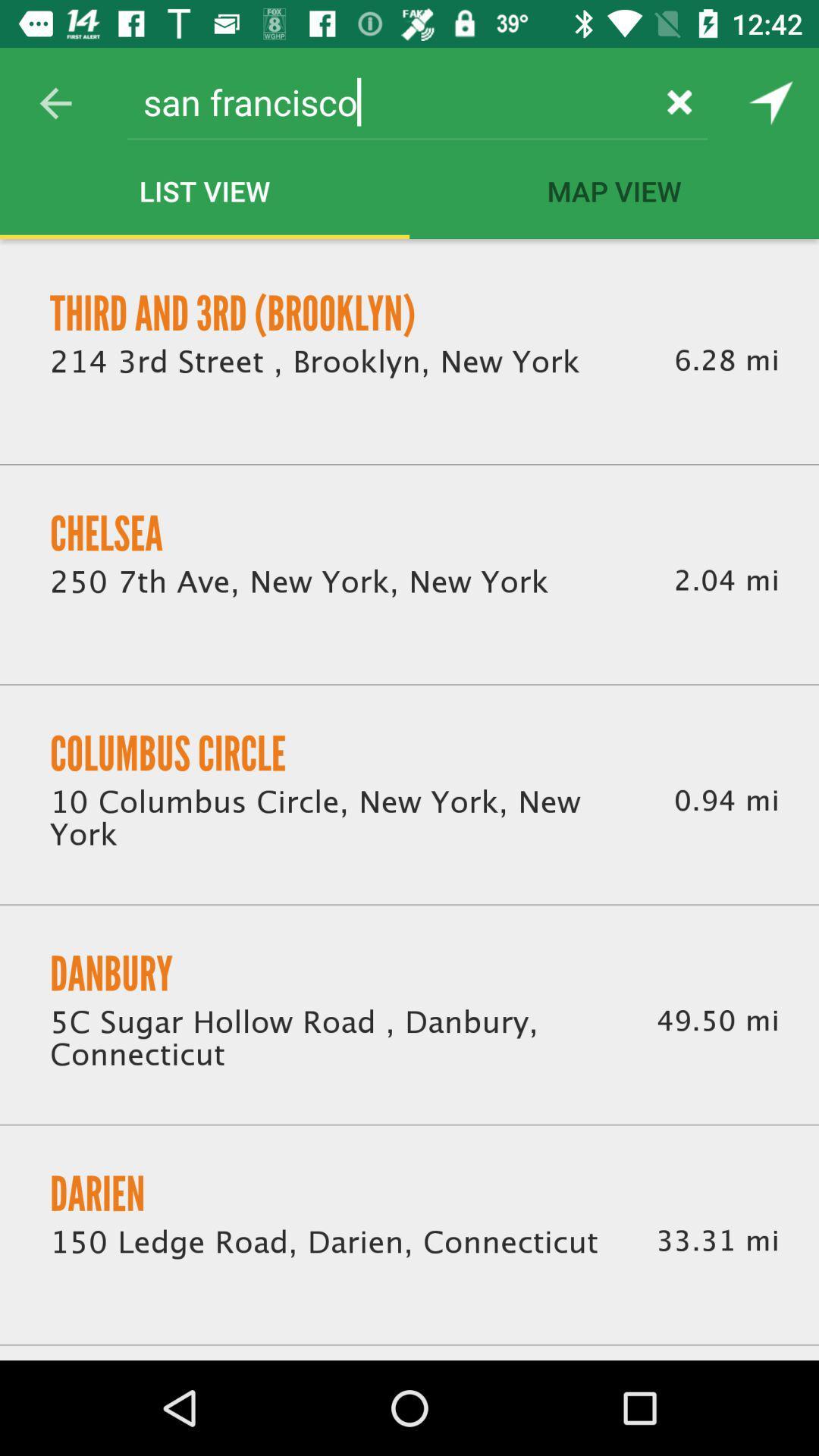 This screenshot has height=1456, width=819. I want to click on 5c sugar hollow icon, so click(334, 1040).